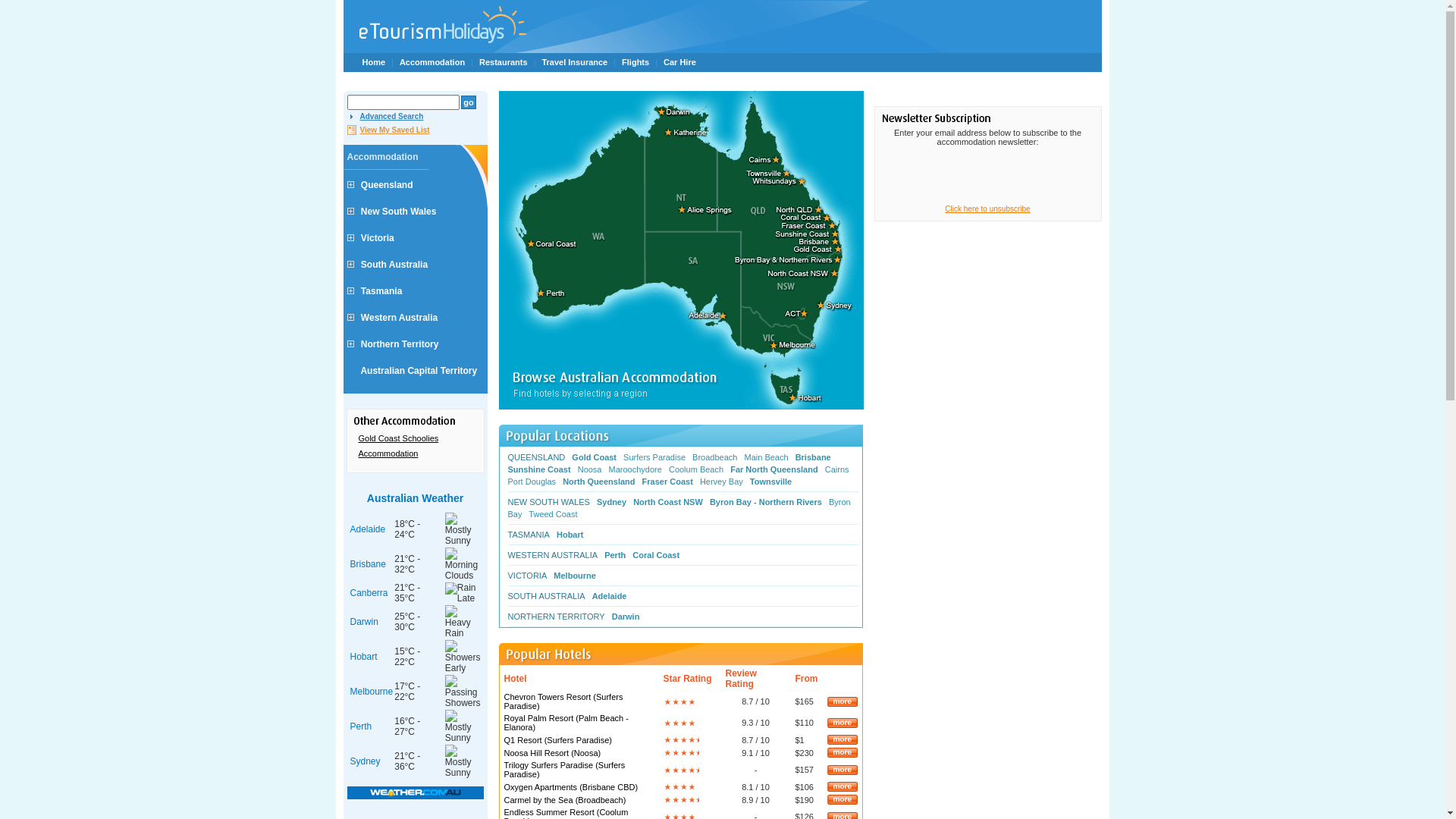  I want to click on 'Far North Queensland', so click(730, 468).